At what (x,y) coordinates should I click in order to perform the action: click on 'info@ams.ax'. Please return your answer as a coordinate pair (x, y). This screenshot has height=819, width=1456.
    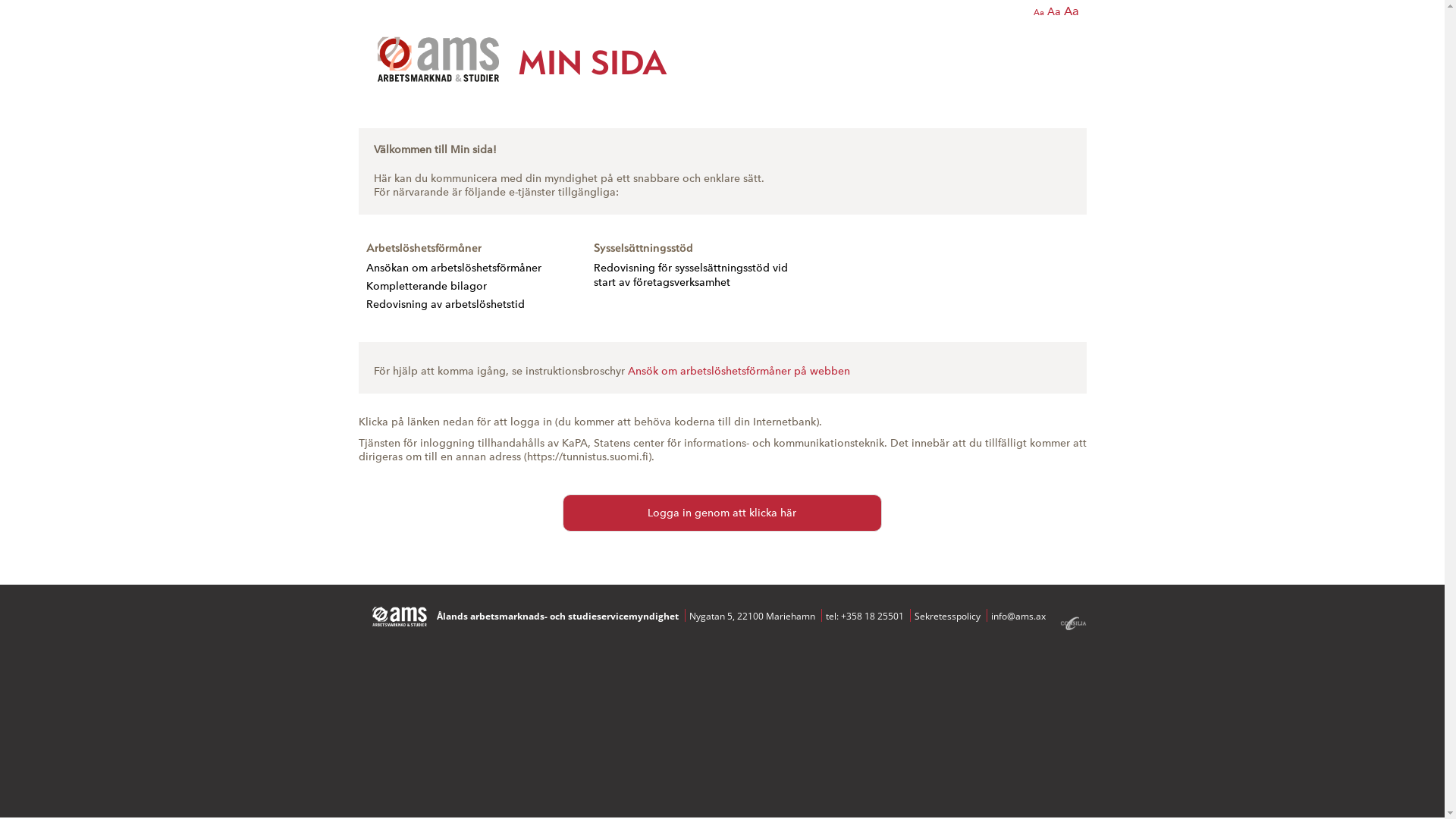
    Looking at the image, I should click on (1018, 615).